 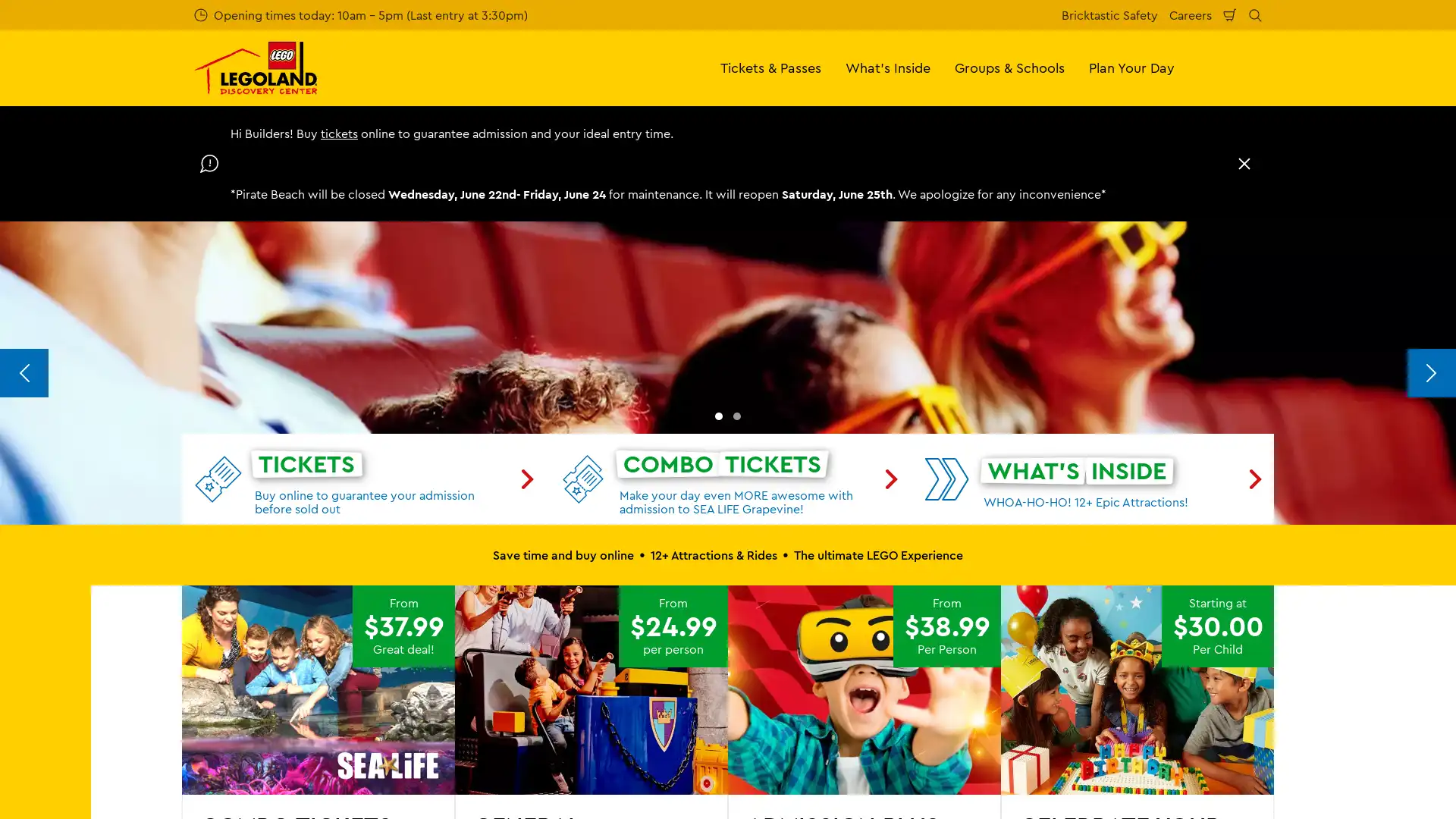 I want to click on Tickets & Passes, so click(x=770, y=67).